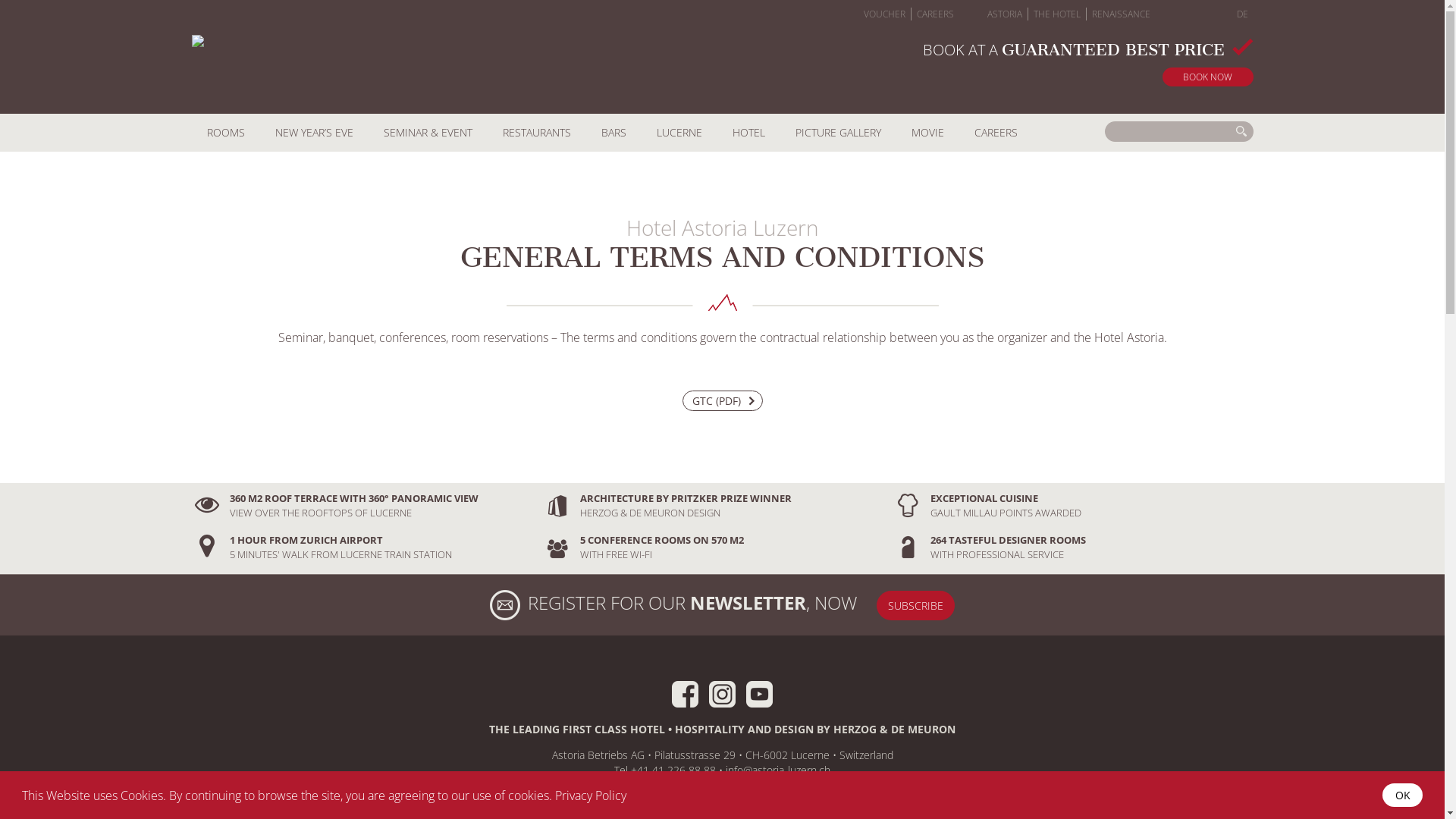  I want to click on 'OK', so click(1401, 794).